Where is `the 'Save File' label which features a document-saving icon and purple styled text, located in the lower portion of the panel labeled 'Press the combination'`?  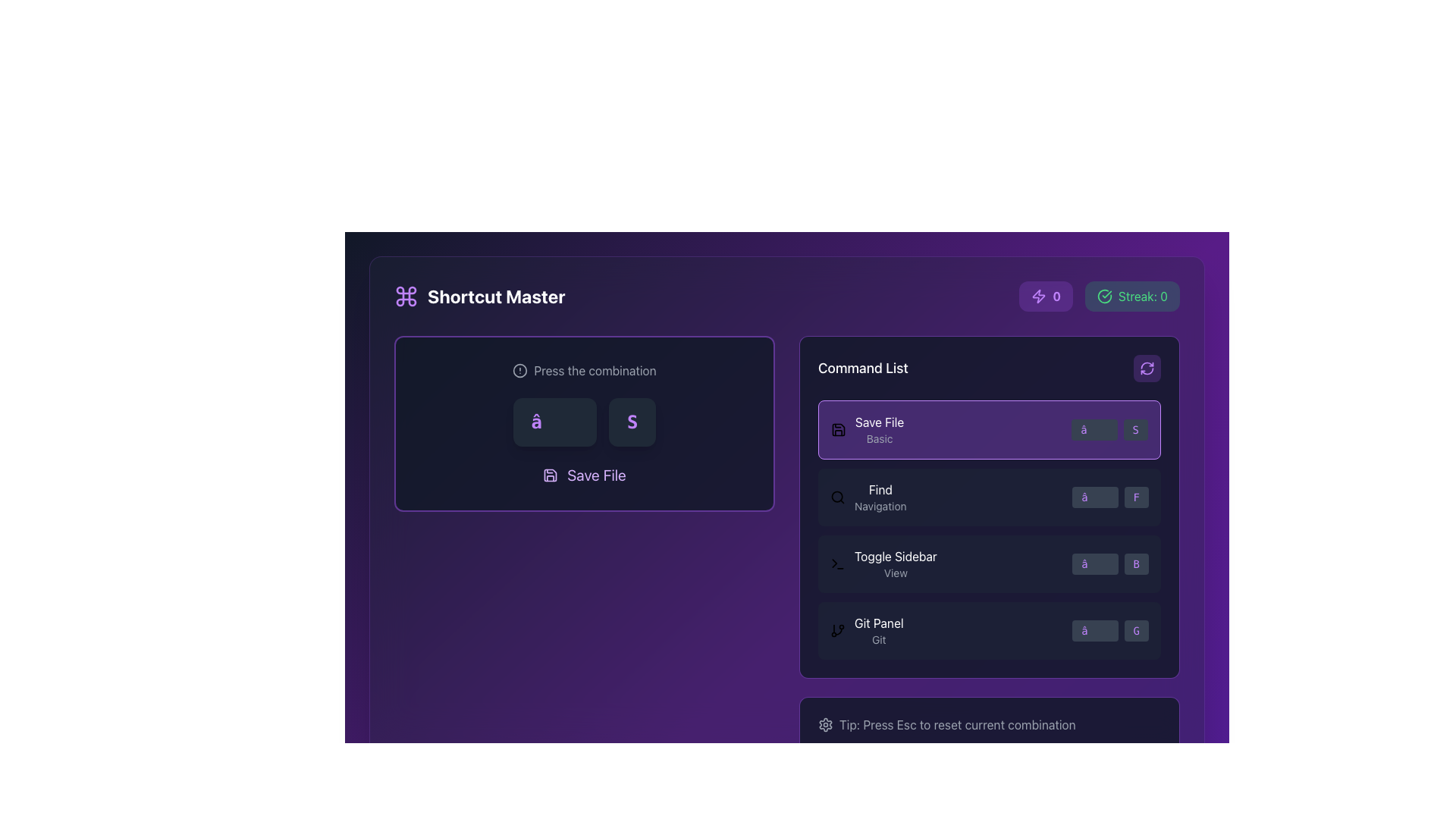 the 'Save File' label which features a document-saving icon and purple styled text, located in the lower portion of the panel labeled 'Press the combination' is located at coordinates (584, 475).